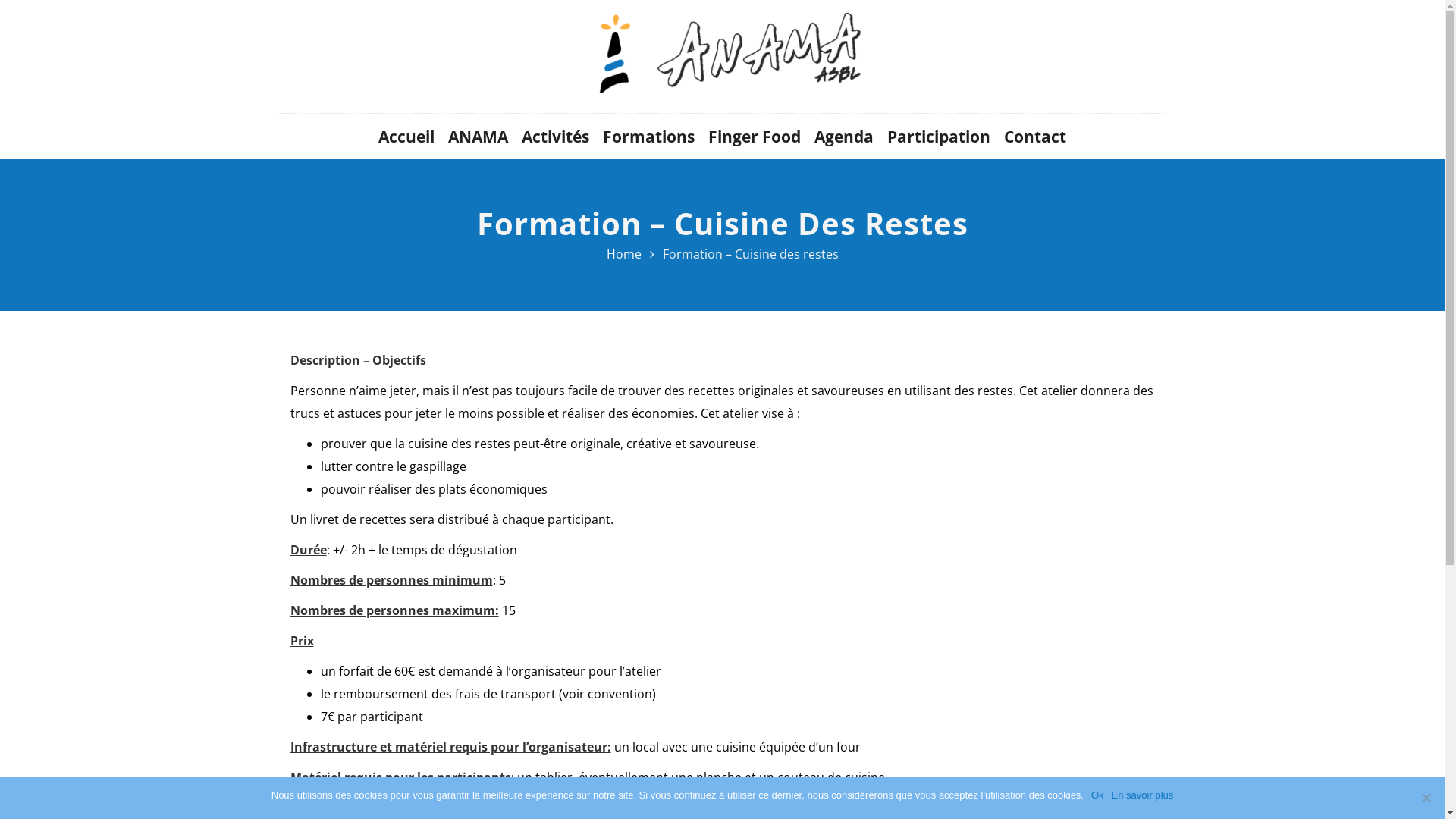 This screenshot has height=819, width=1456. What do you see at coordinates (623, 253) in the screenshot?
I see `'Home'` at bounding box center [623, 253].